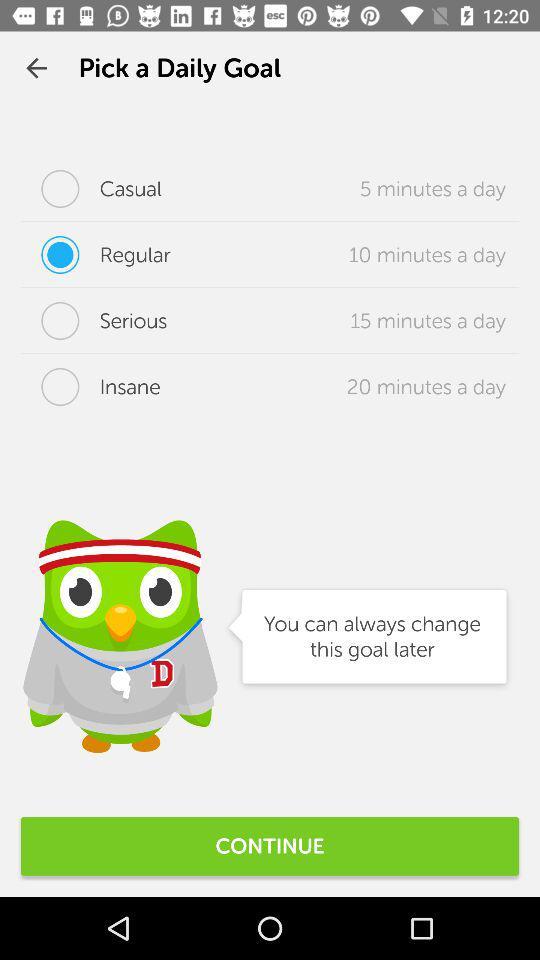 This screenshot has width=540, height=960. I want to click on app next to pick a daily icon, so click(36, 68).